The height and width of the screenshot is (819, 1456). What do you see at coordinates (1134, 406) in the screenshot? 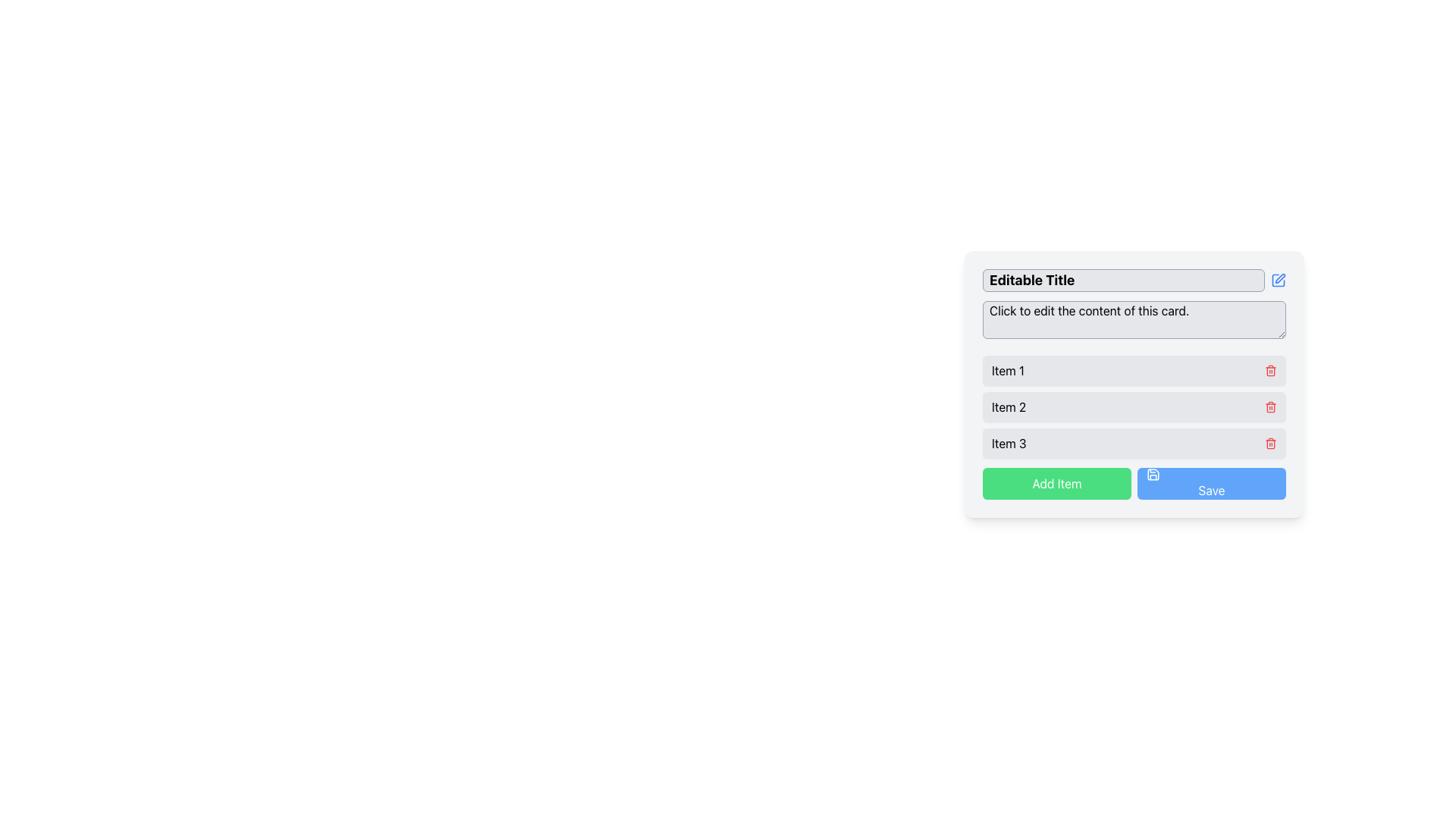
I see `the second item in the vertical list` at bounding box center [1134, 406].